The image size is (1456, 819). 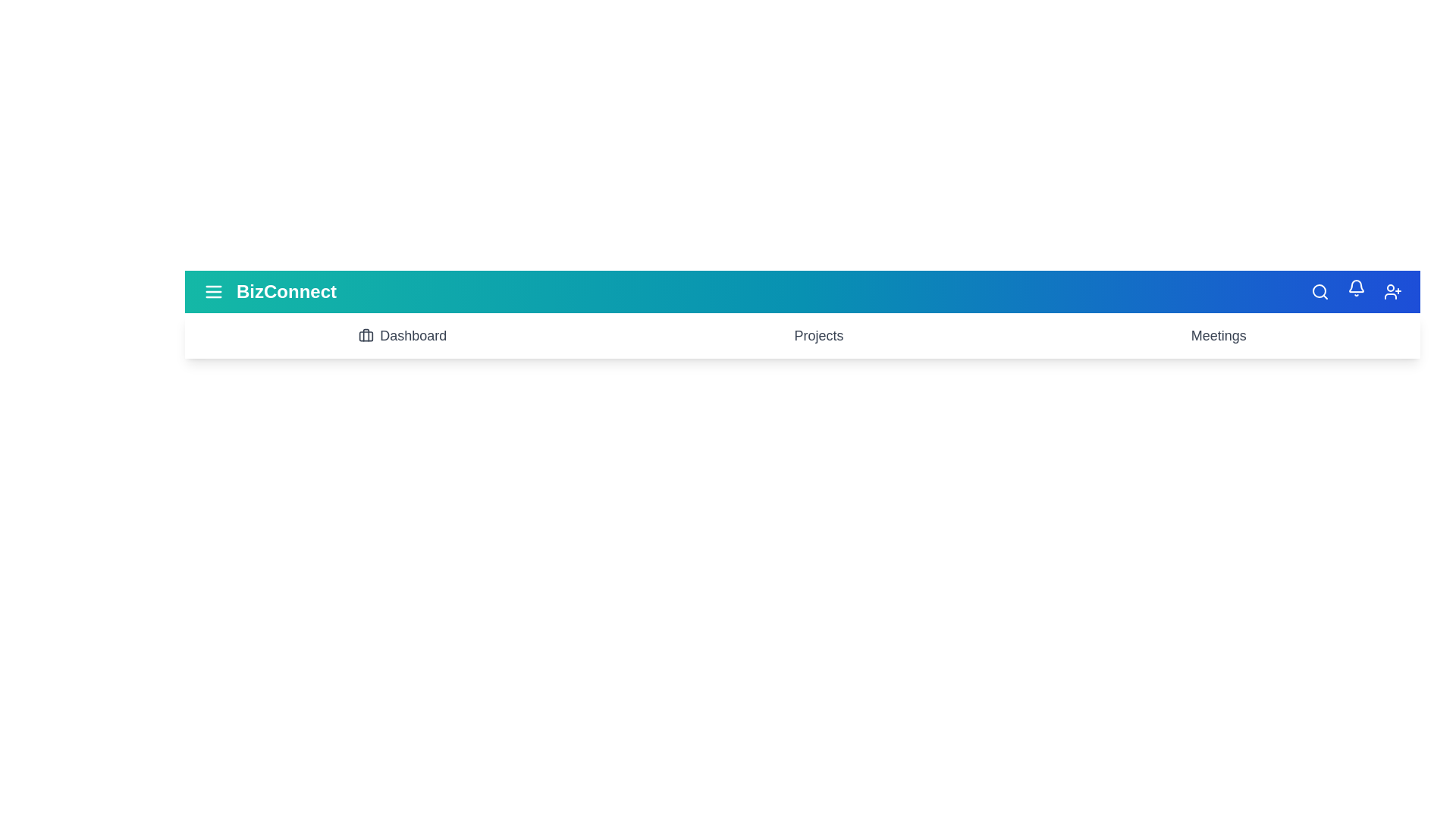 I want to click on the 'Search' icon to initiate a search action, so click(x=1319, y=292).